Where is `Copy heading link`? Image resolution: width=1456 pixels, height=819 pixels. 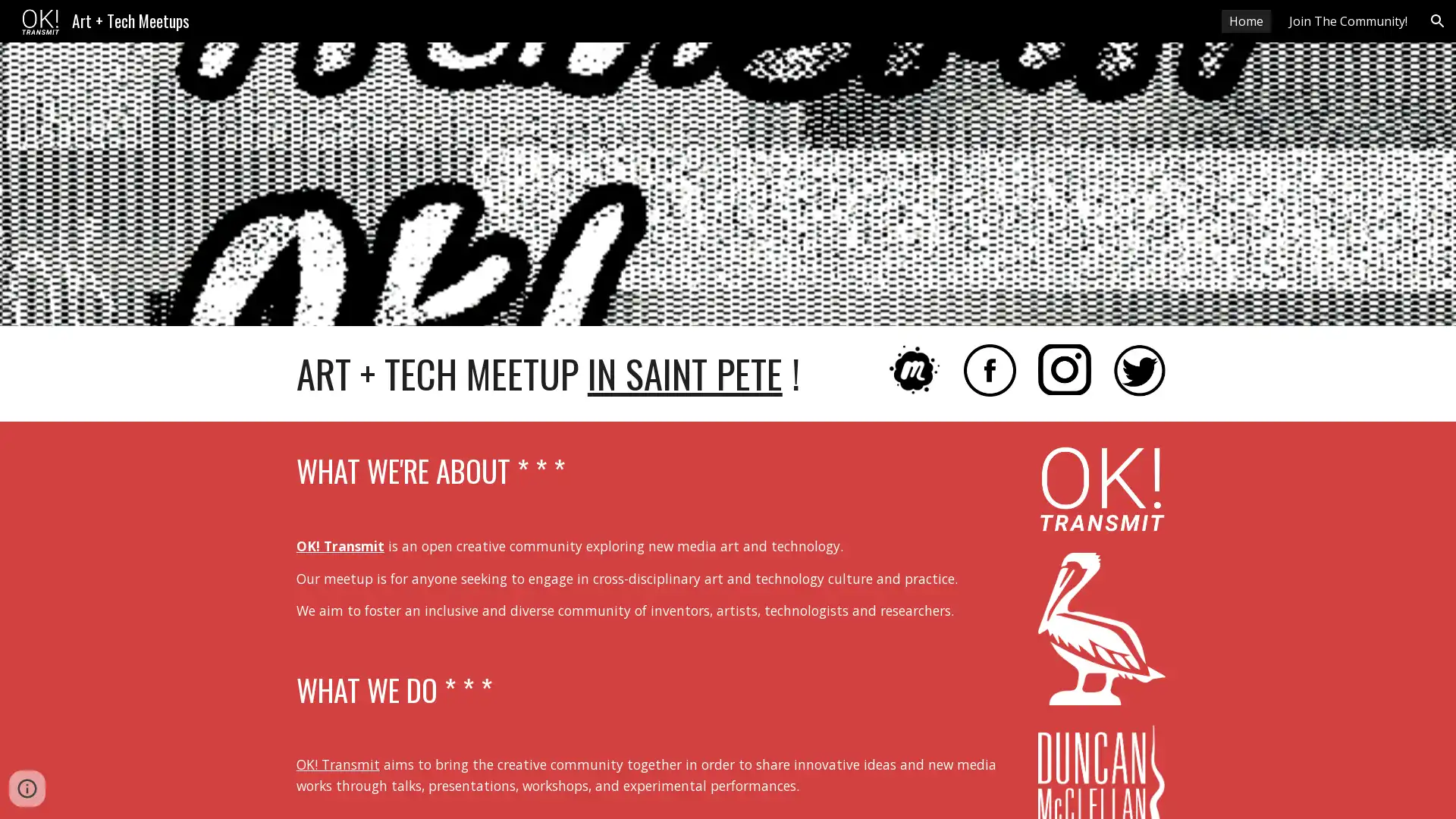 Copy heading link is located at coordinates (509, 690).